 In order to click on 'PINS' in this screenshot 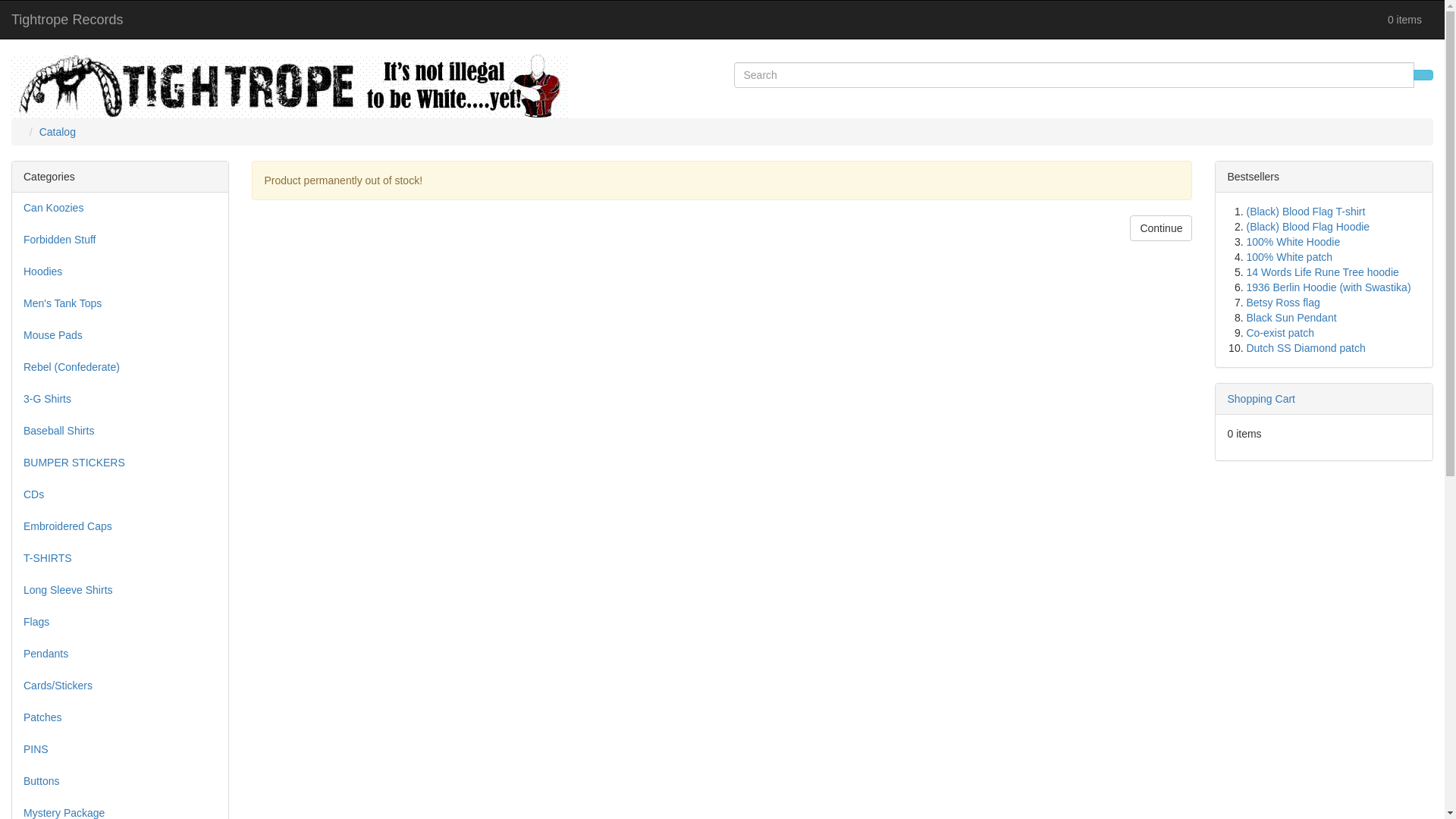, I will do `click(119, 748)`.